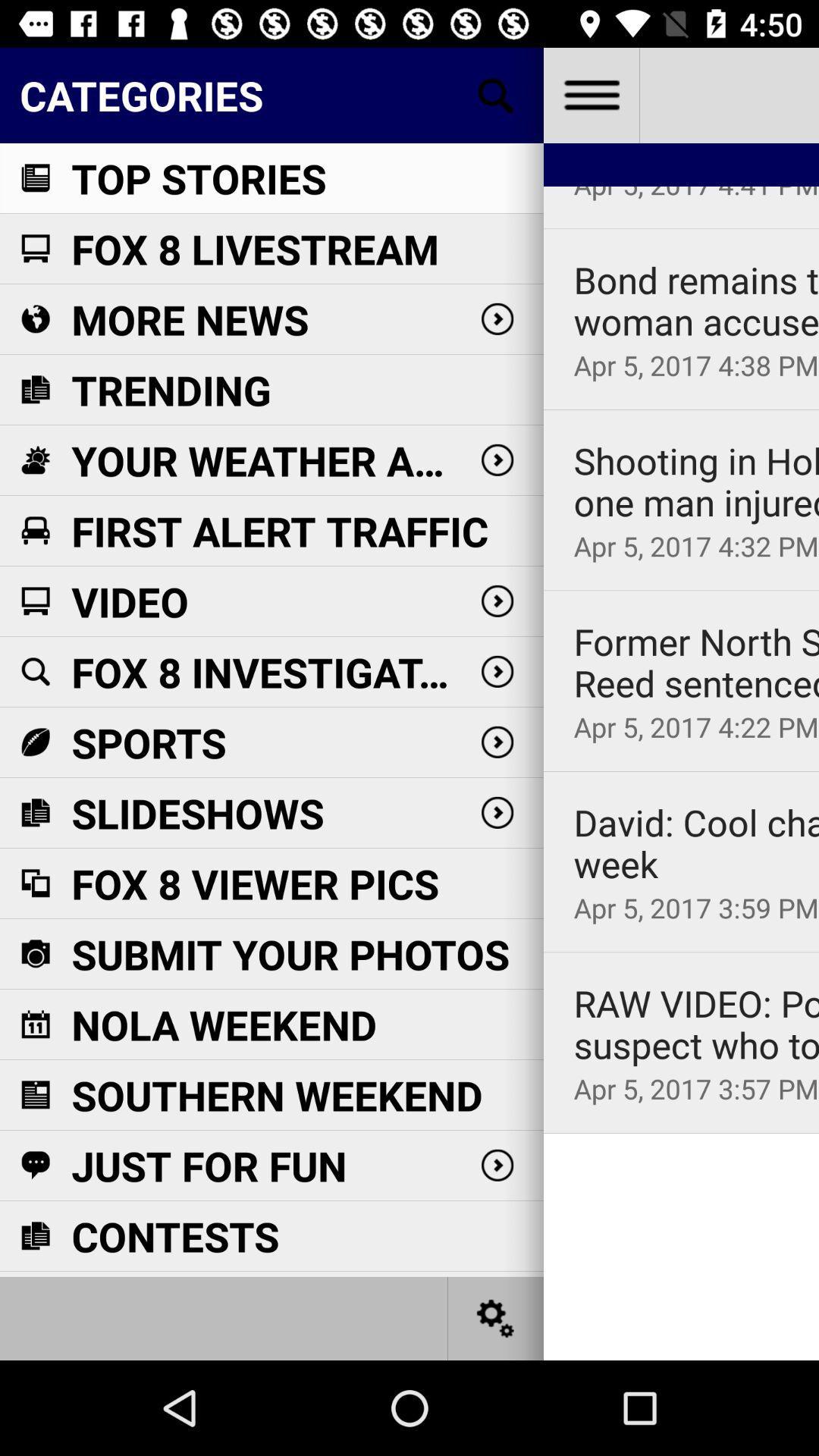 Image resolution: width=819 pixels, height=1456 pixels. I want to click on the search icon, so click(496, 94).